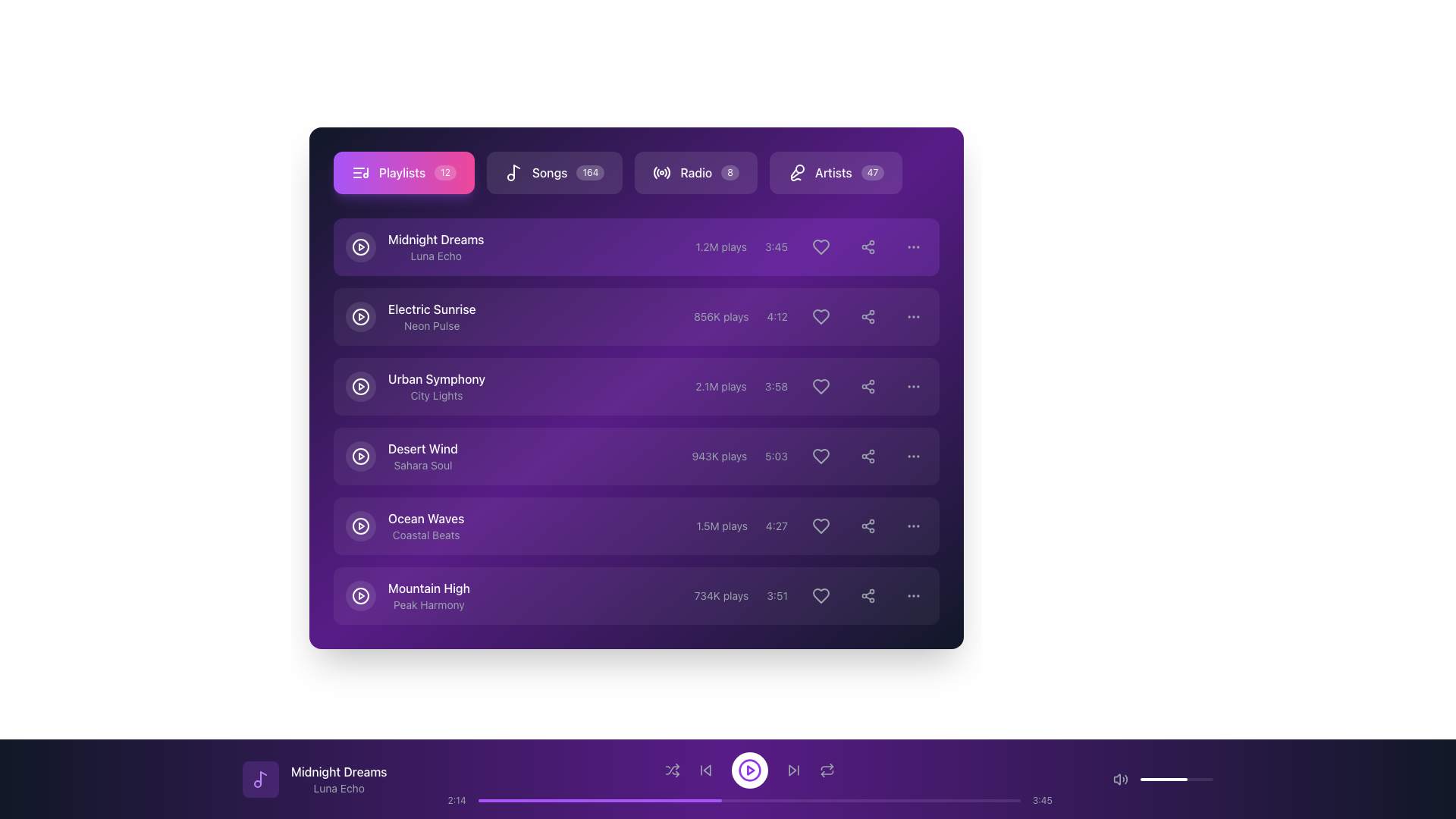 This screenshot has height=819, width=1456. Describe the element at coordinates (1163, 780) in the screenshot. I see `the volume level` at that location.